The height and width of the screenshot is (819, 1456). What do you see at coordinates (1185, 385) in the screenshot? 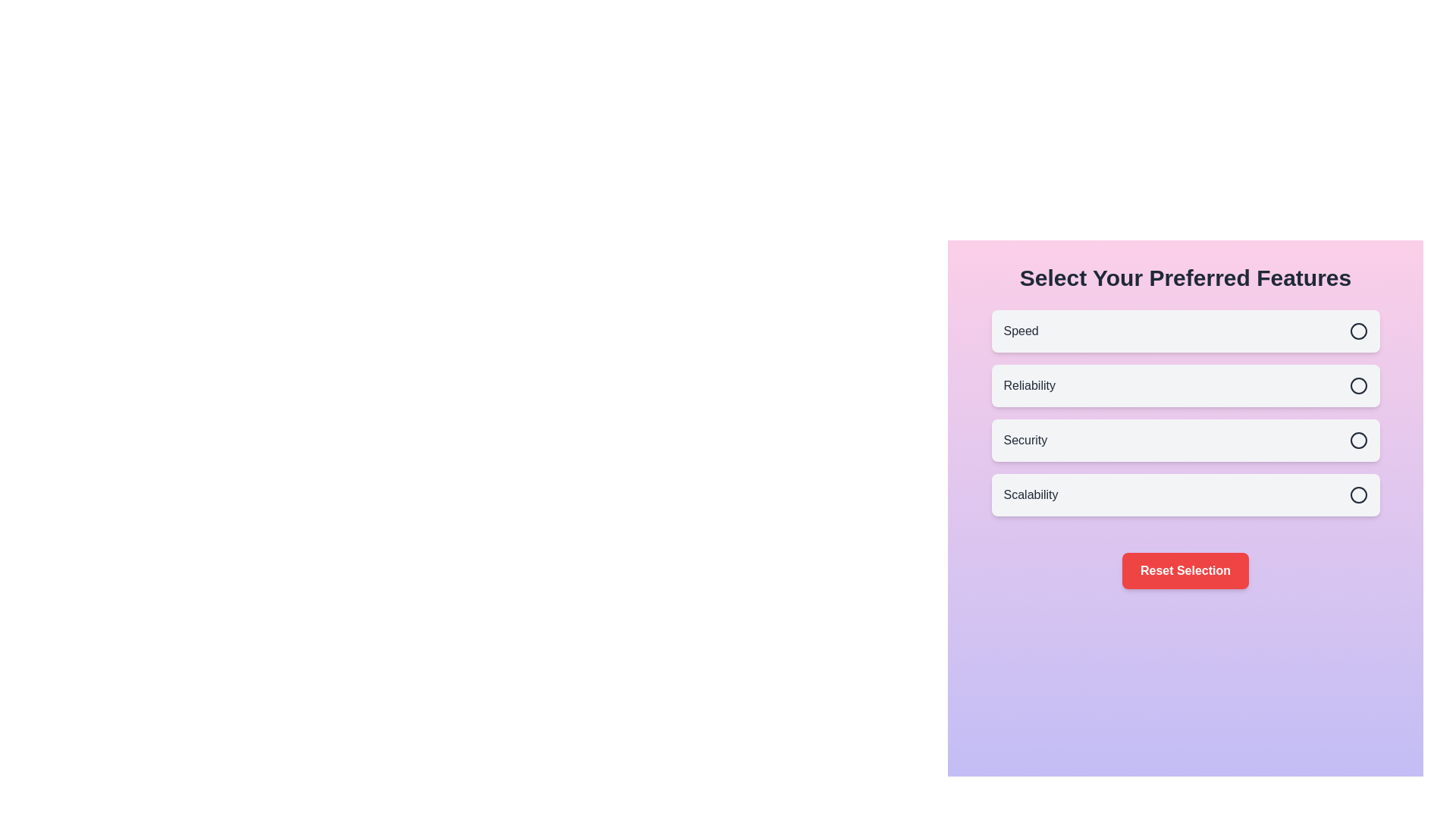
I see `the feature Reliability` at bounding box center [1185, 385].